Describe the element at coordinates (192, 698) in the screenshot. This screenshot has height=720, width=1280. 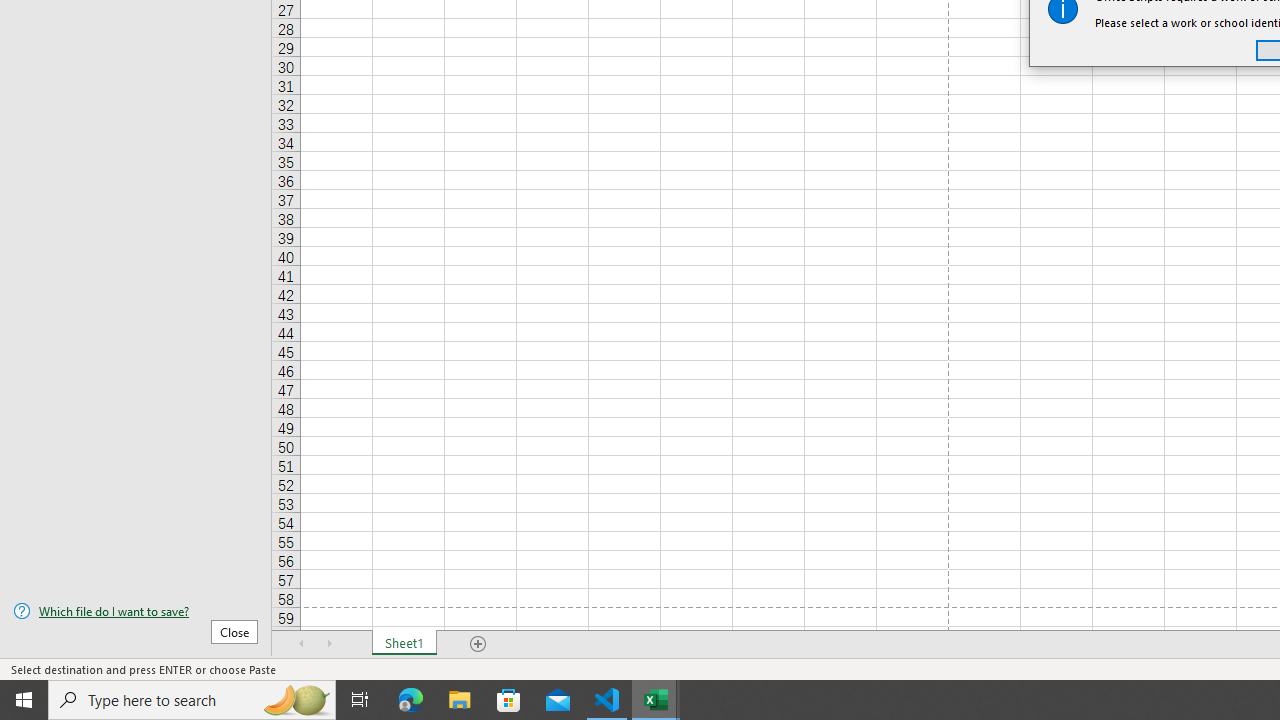
I see `'Type here to search'` at that location.